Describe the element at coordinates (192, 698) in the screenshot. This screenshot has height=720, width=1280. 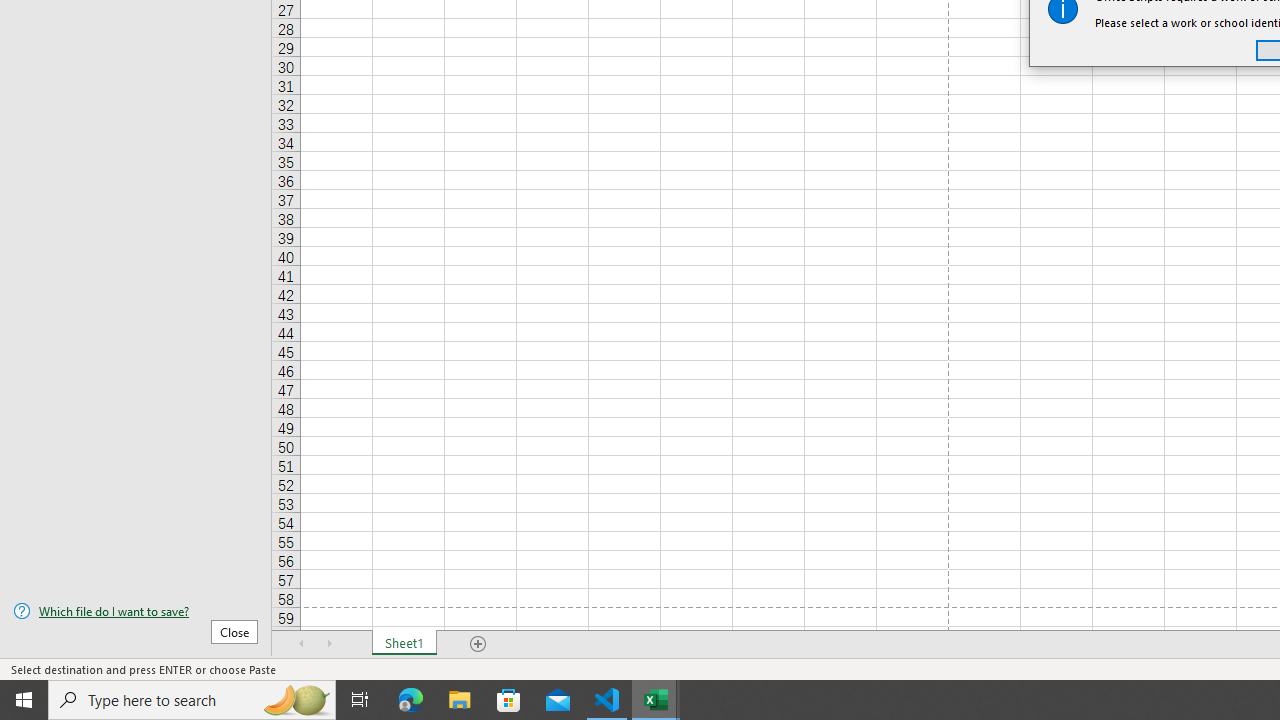
I see `'Type here to search'` at that location.